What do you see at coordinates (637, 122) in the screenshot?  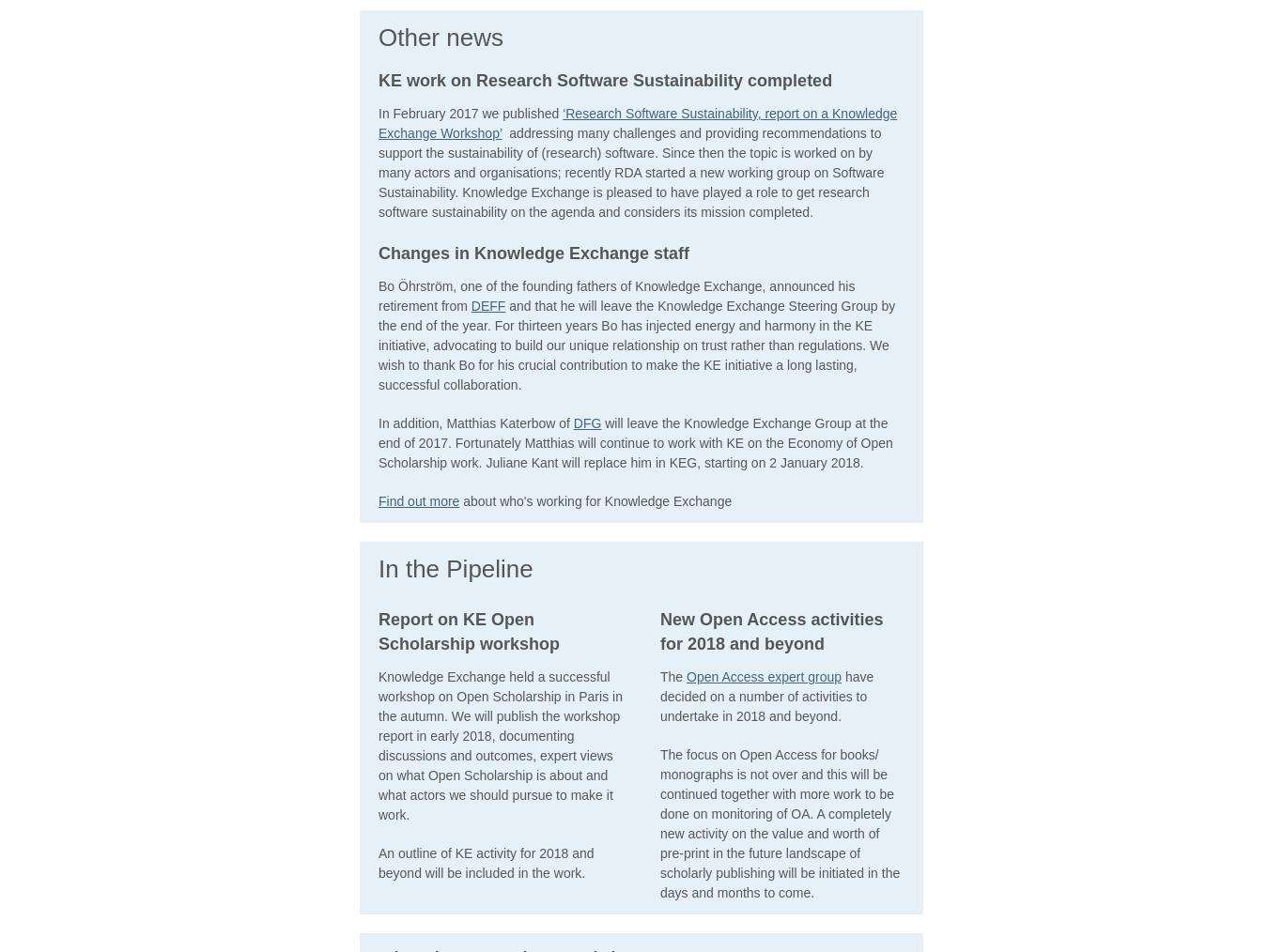 I see `'‘Research Software Sustainability, report on a Knowledge Exchange Workshop’'` at bounding box center [637, 122].